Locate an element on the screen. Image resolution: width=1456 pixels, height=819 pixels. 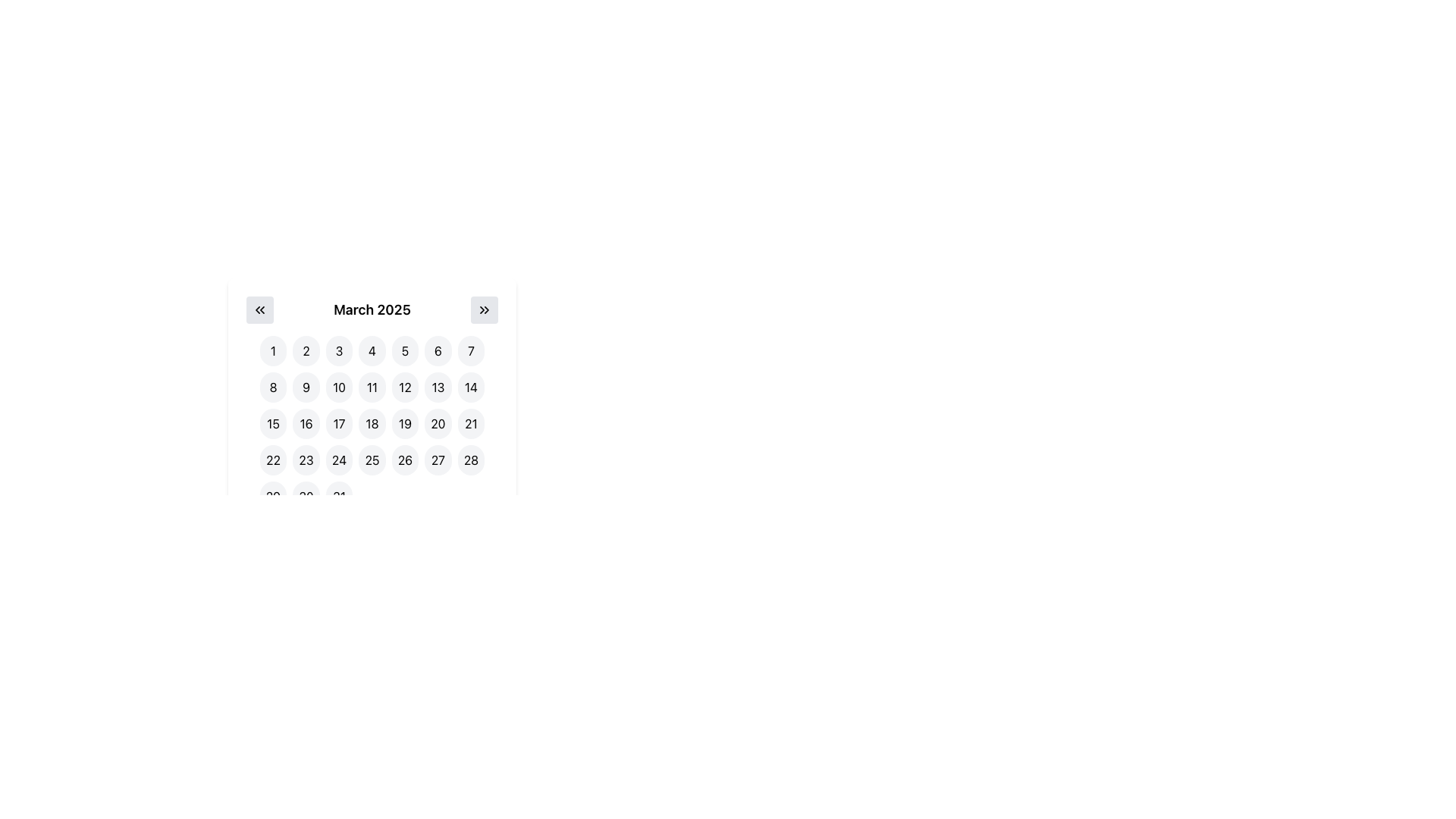
the circular button labeled '22' is located at coordinates (273, 459).